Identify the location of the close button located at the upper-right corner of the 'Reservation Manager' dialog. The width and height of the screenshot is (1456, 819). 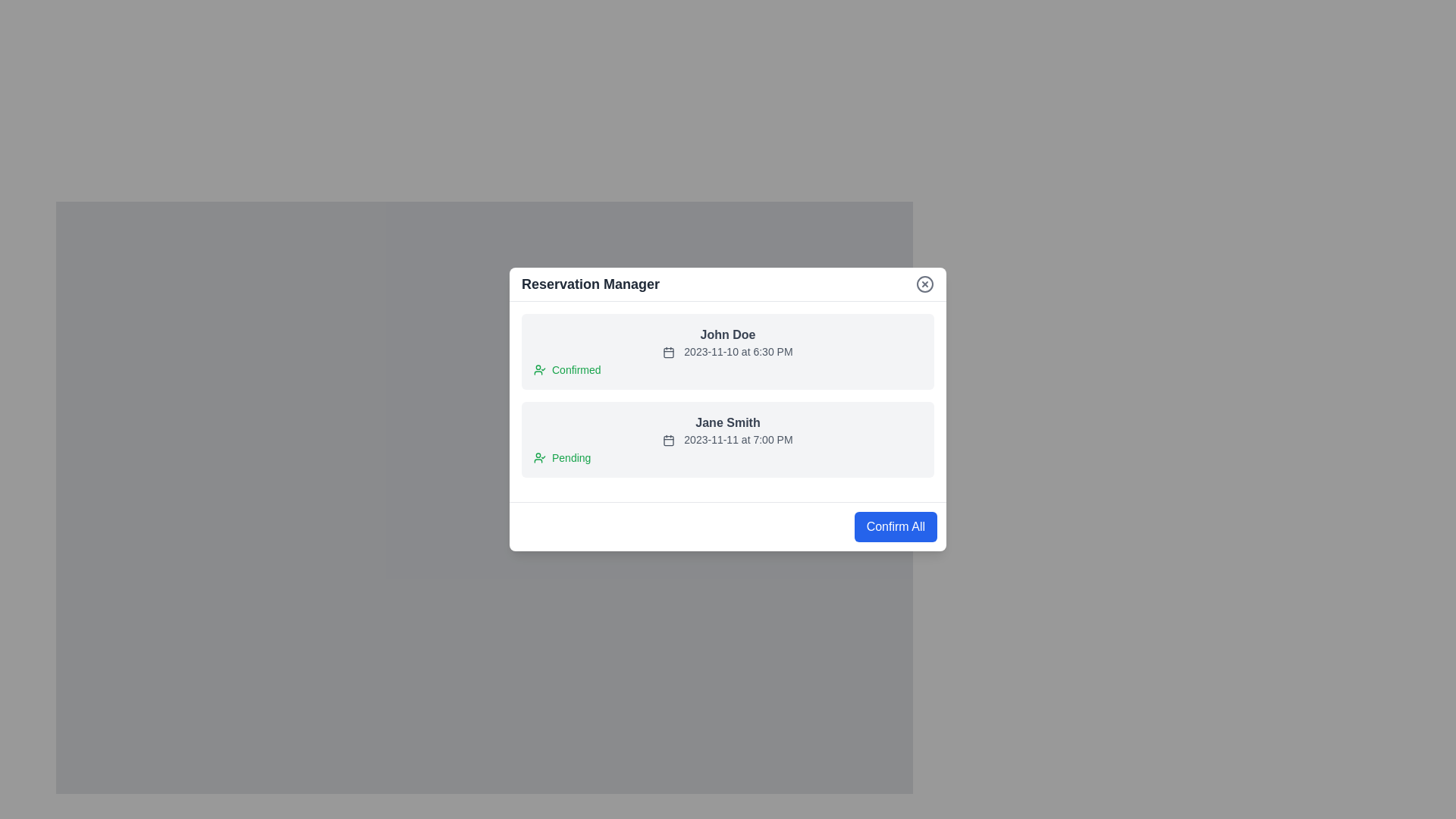
(924, 284).